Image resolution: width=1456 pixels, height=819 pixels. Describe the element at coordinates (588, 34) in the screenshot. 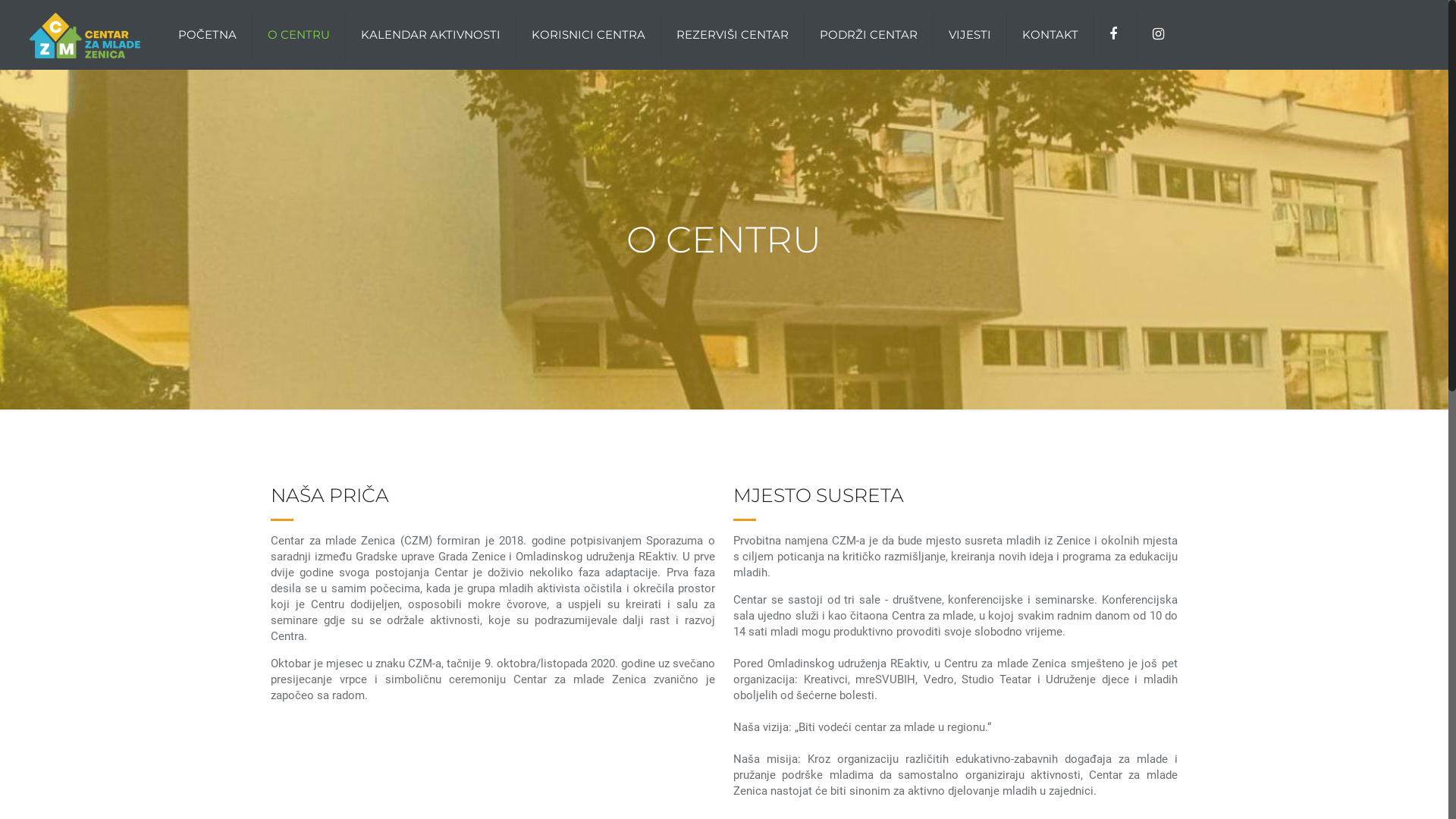

I see `'KORISNICI CENTRA'` at that location.